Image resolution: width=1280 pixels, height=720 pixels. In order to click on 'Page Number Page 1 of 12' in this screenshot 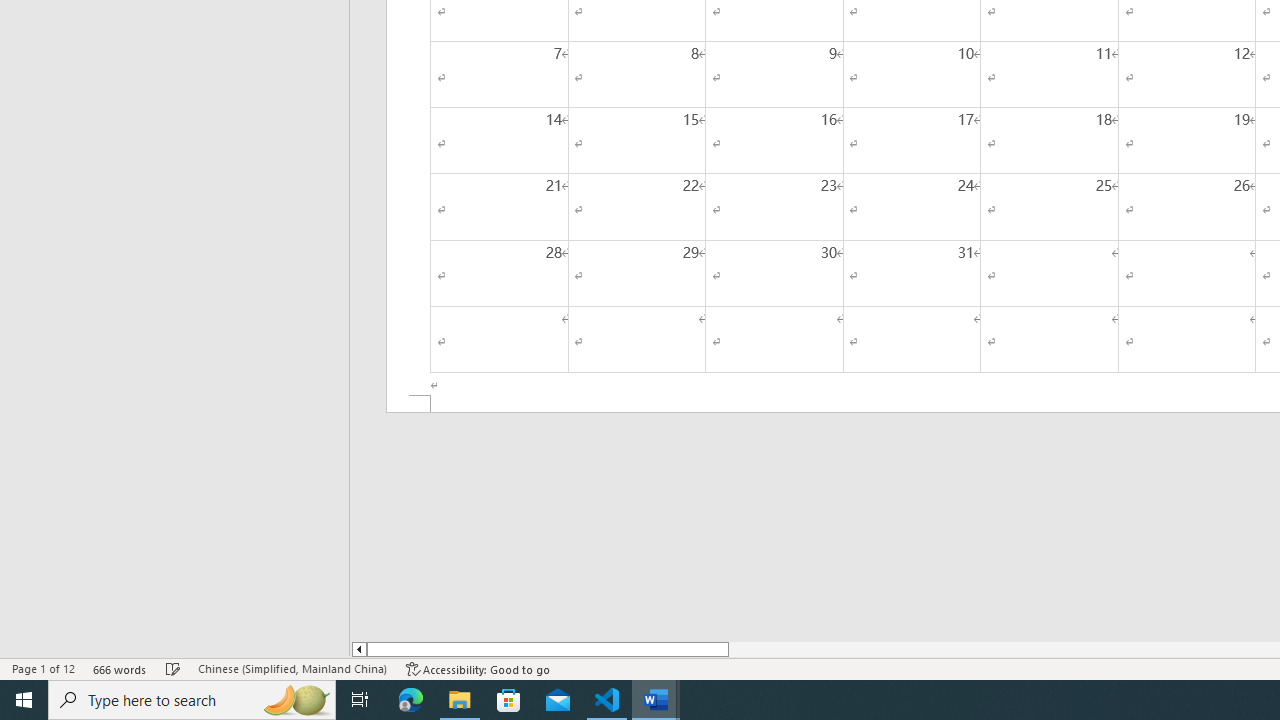, I will do `click(43, 669)`.